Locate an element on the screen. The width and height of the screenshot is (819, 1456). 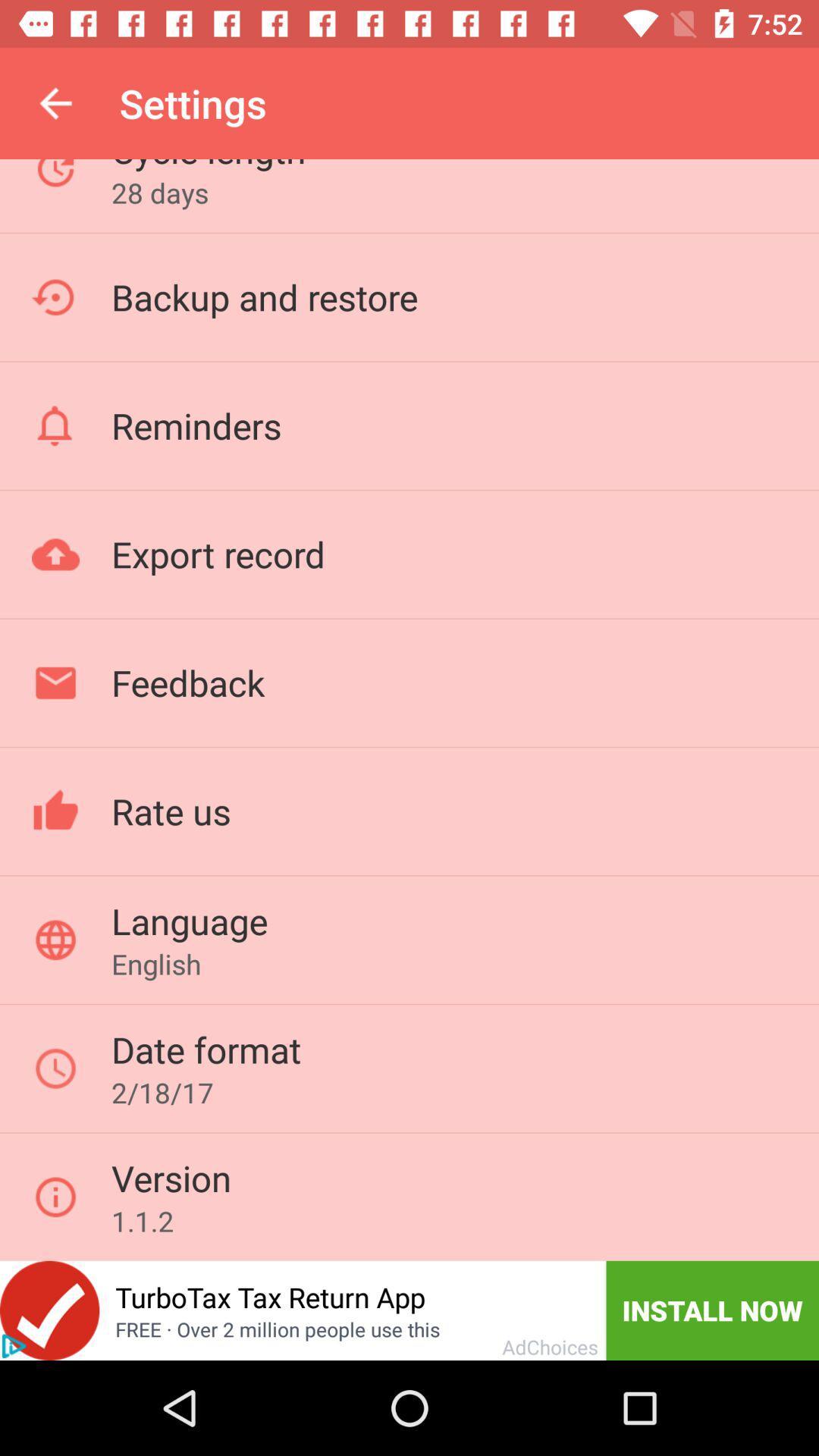
the export record icon is located at coordinates (218, 553).